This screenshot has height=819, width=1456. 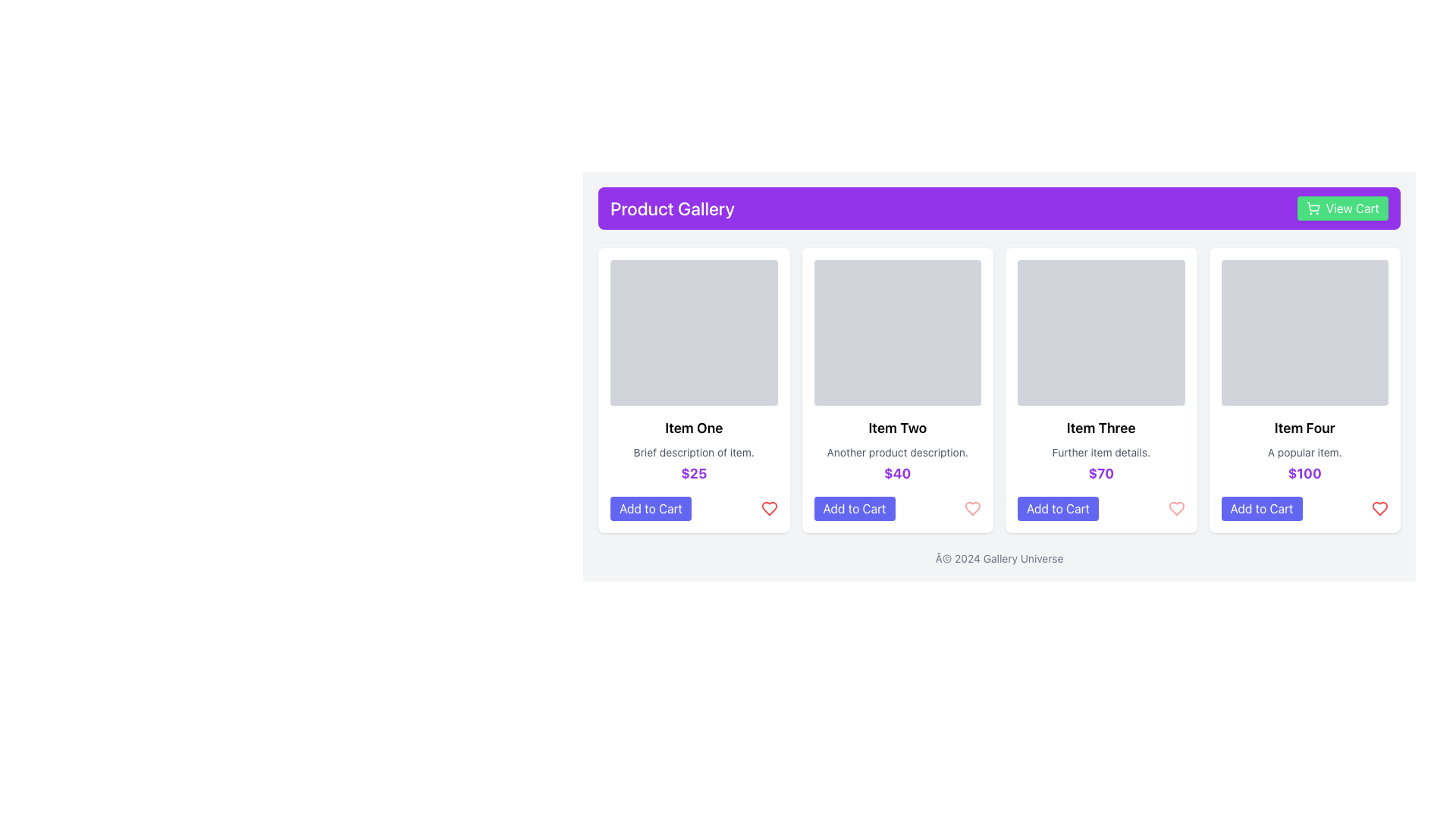 What do you see at coordinates (693, 452) in the screenshot?
I see `the text block displaying 'Brief description of item.' in gray font, located between the title 'Item One' and the price '$25' within the first product card of the gallery` at bounding box center [693, 452].